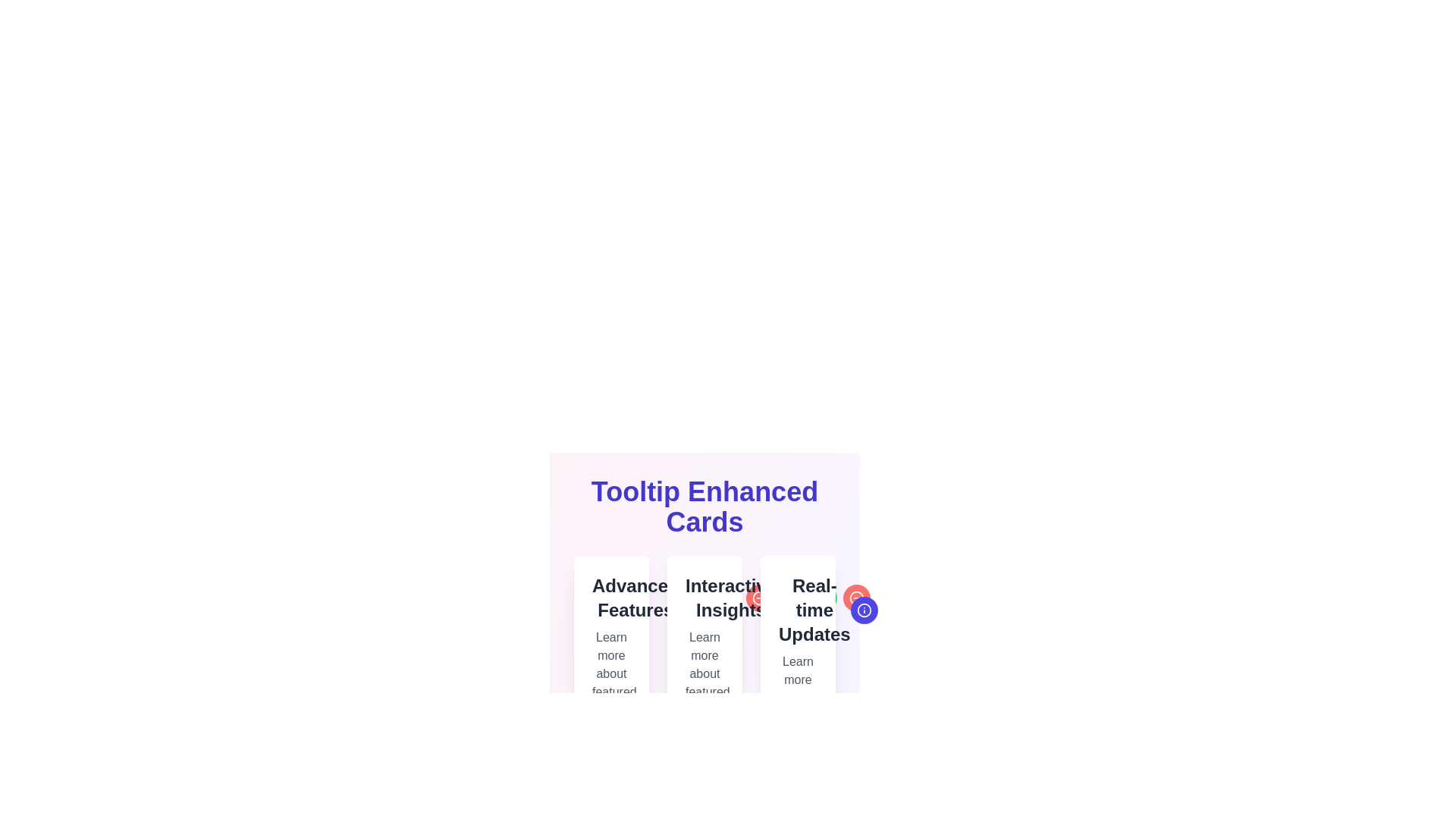 This screenshot has width=1456, height=819. I want to click on the 'Add' or 'Create' action button, which is the second button in a horizontal group of three buttons, so click(897, 610).